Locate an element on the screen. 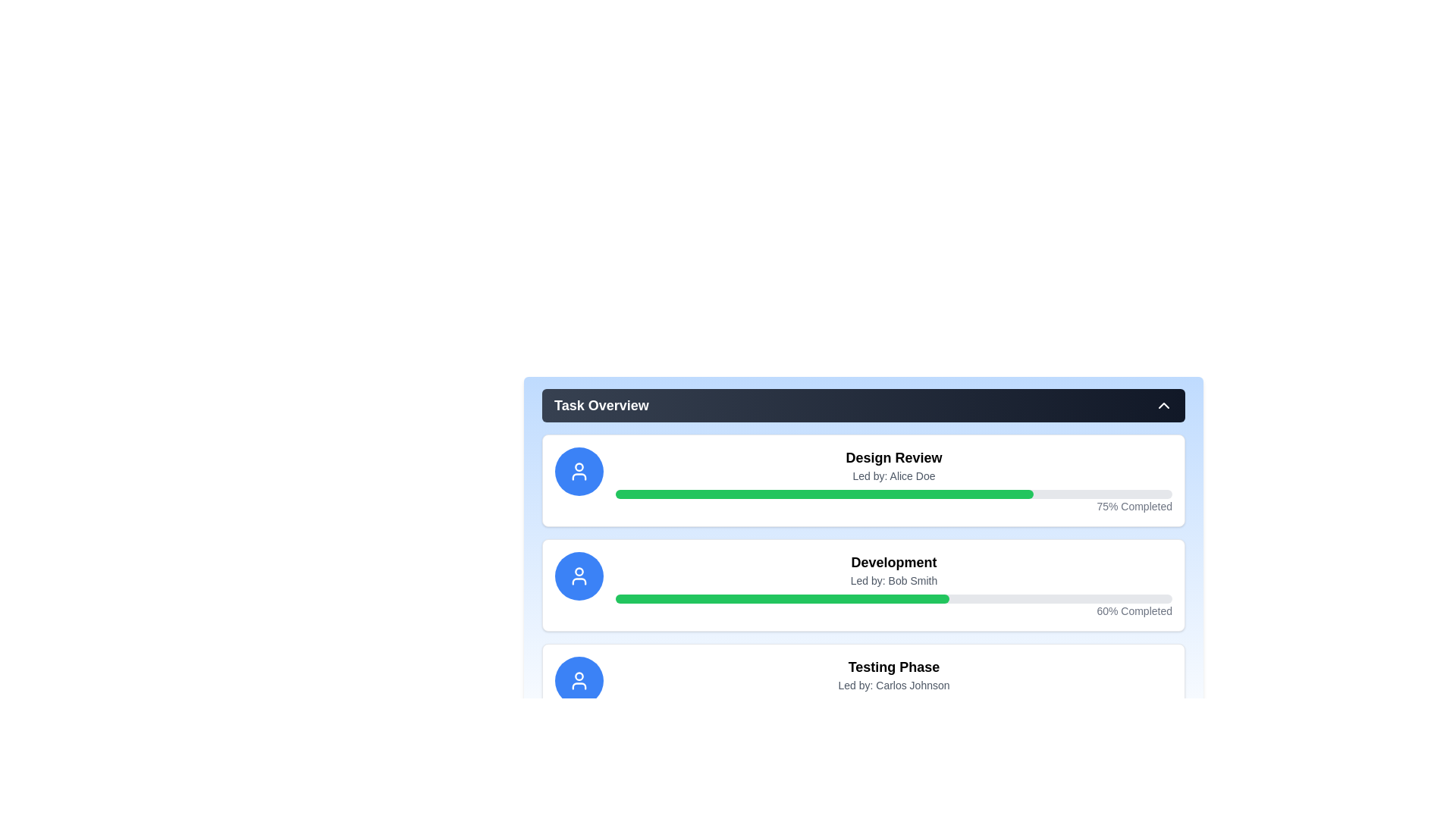  the progress indicator text label located below the green progress bar in the 'Development' task card, which shows the percentage of completion is located at coordinates (894, 610).